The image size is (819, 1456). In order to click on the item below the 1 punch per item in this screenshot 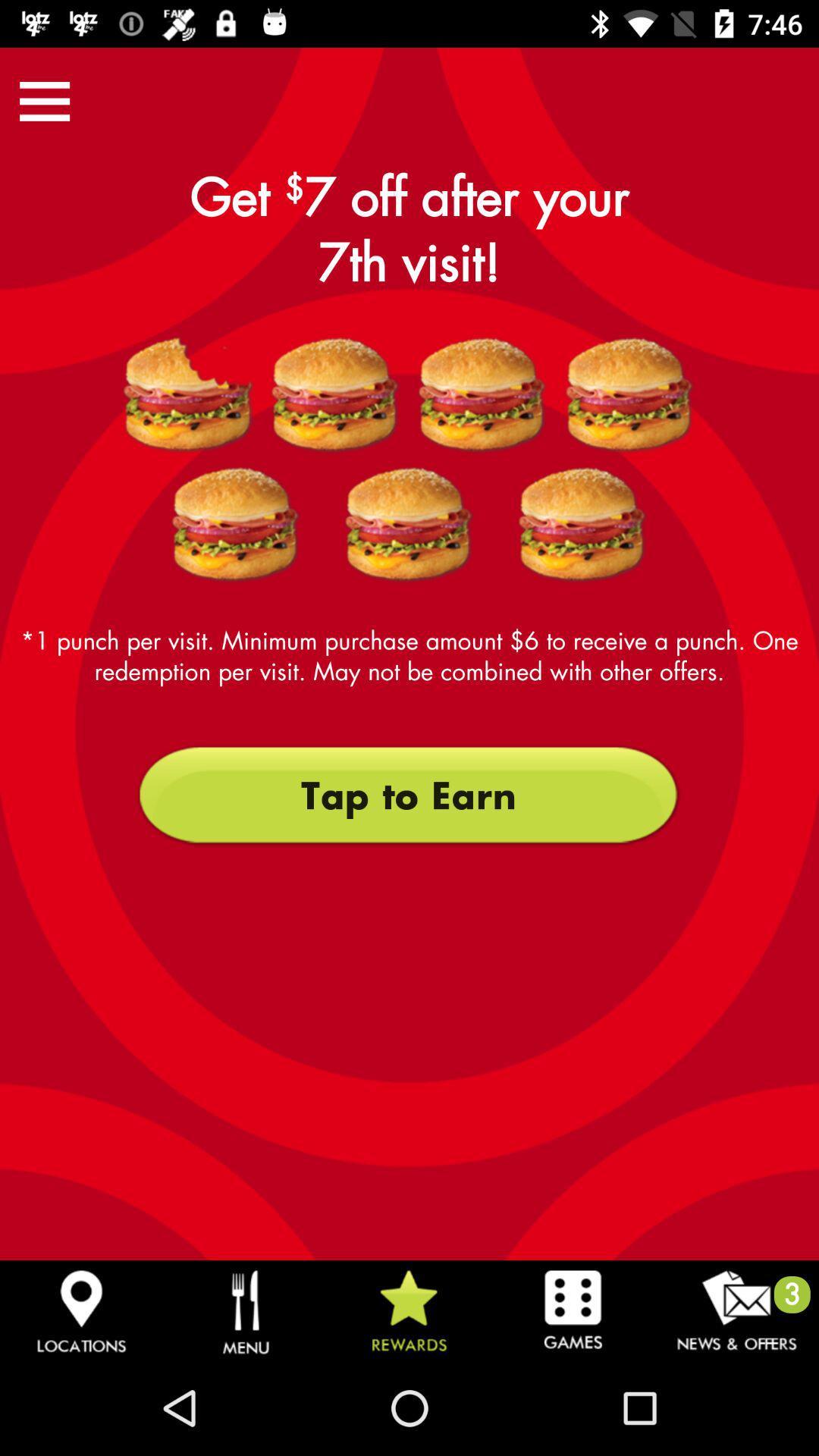, I will do `click(408, 795)`.